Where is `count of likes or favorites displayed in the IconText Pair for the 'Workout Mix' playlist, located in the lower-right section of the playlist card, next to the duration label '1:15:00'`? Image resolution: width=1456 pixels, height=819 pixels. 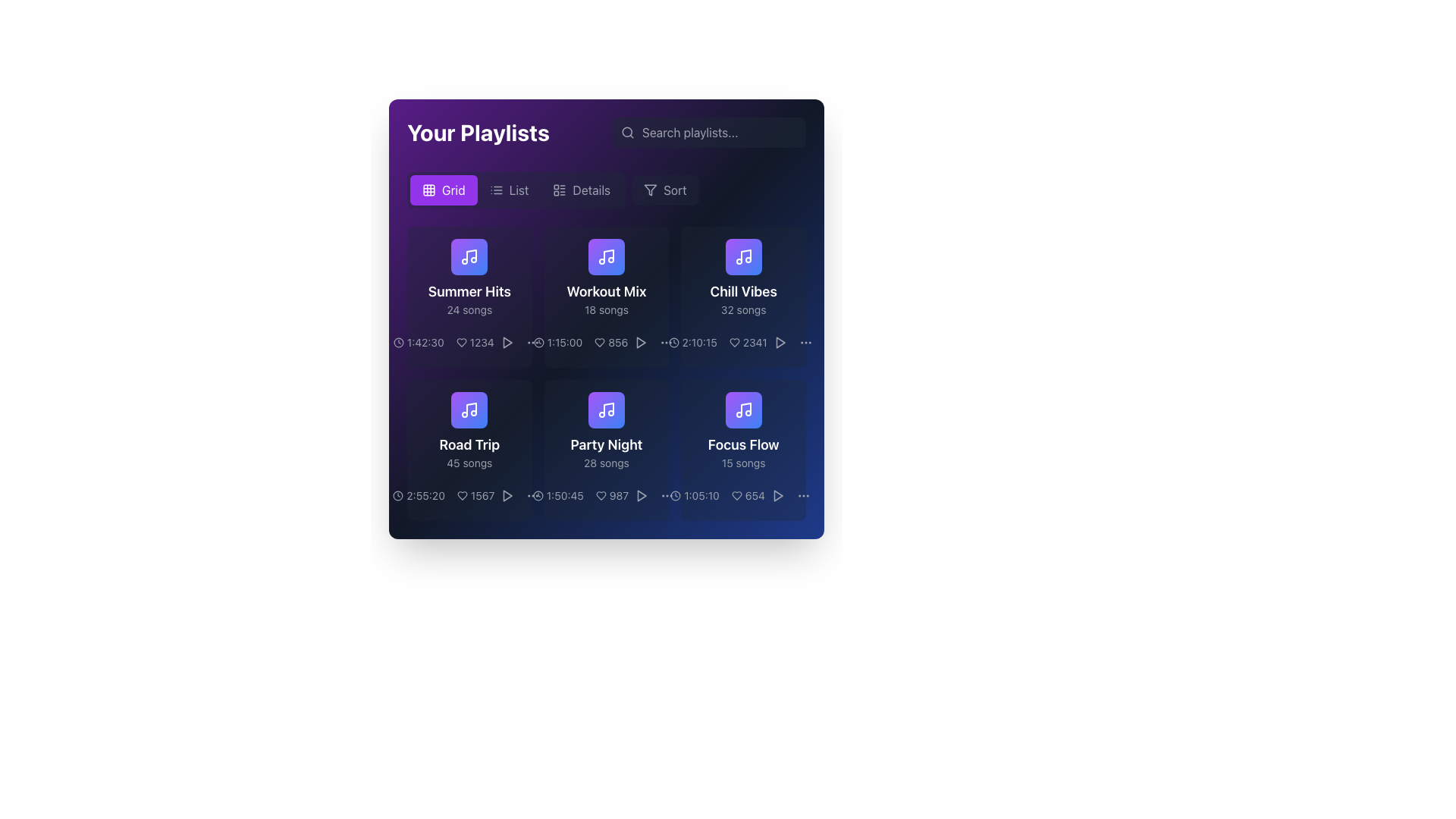
count of likes or favorites displayed in the IconText Pair for the 'Workout Mix' playlist, located in the lower-right section of the playlist card, next to the duration label '1:15:00' is located at coordinates (607, 342).